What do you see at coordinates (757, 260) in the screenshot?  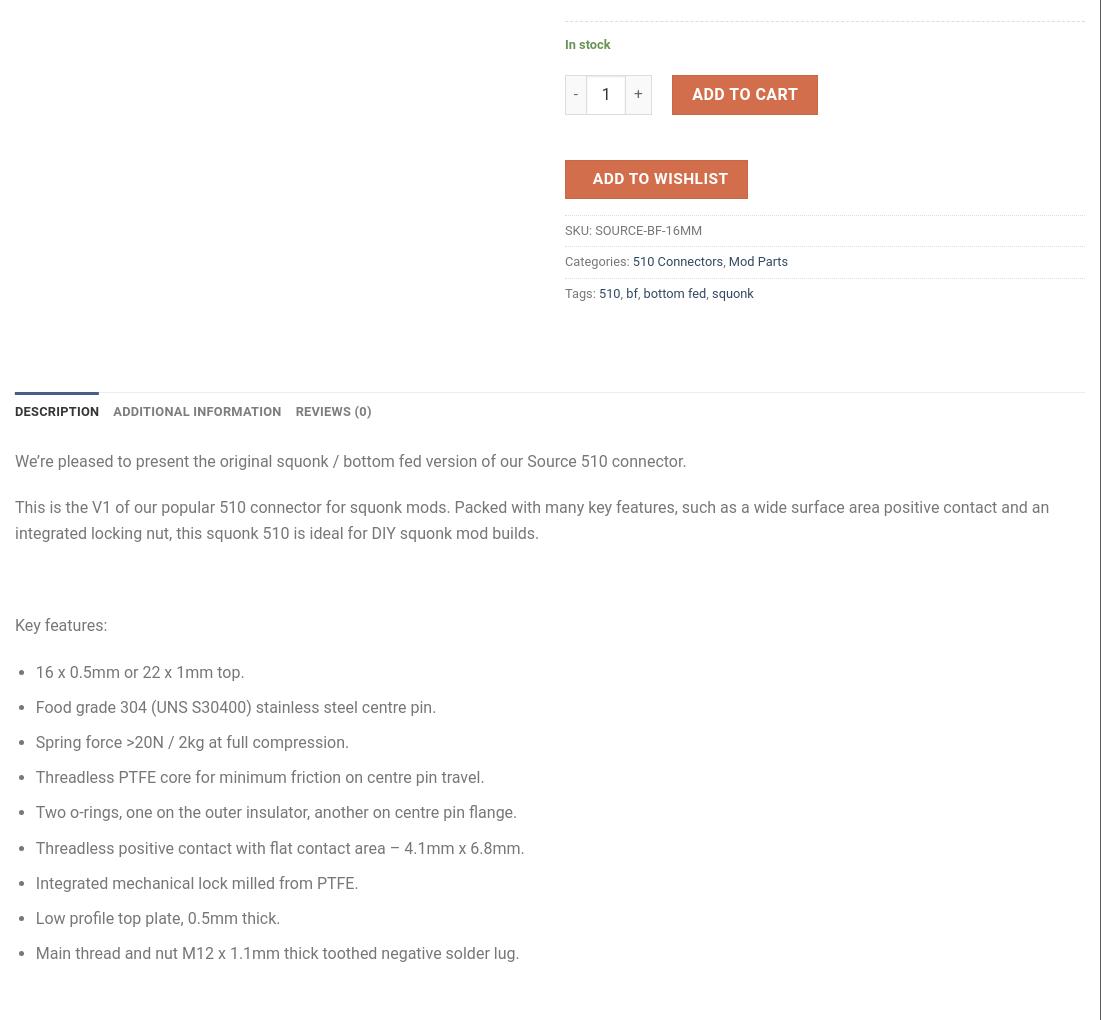 I see `'Mod Parts'` at bounding box center [757, 260].